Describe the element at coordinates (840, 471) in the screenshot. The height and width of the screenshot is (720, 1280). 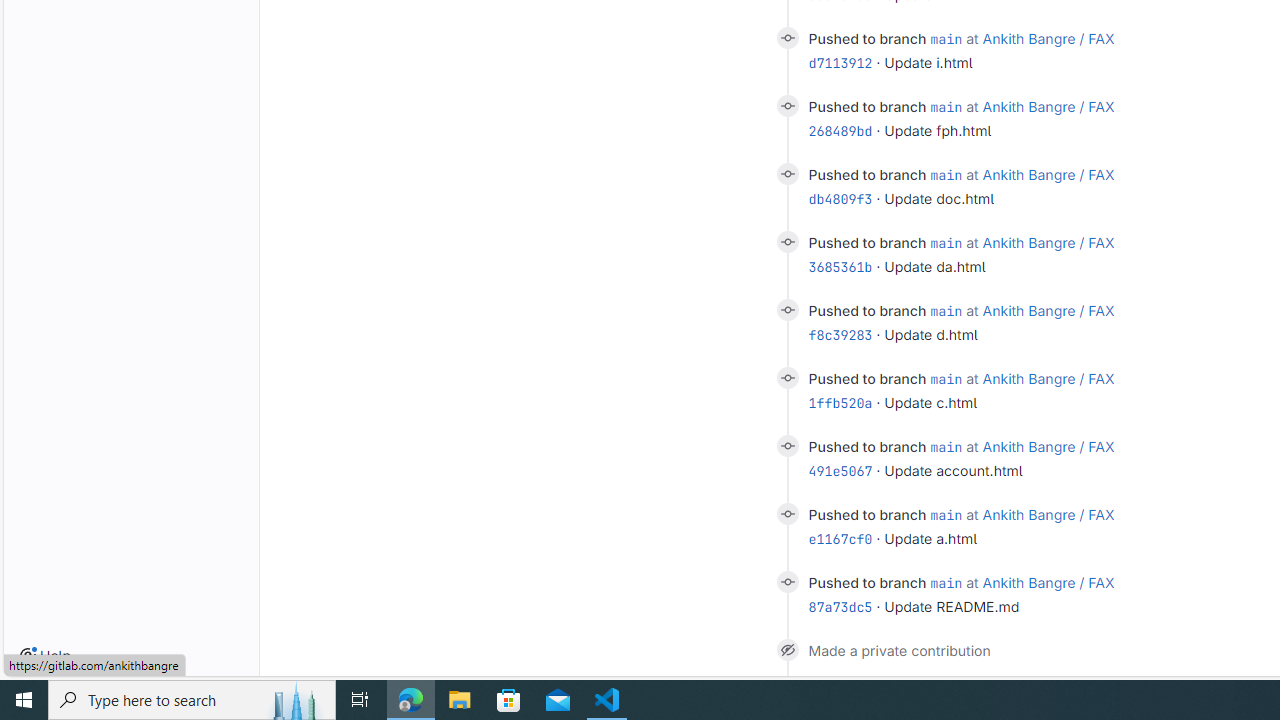
I see `'491e5067'` at that location.